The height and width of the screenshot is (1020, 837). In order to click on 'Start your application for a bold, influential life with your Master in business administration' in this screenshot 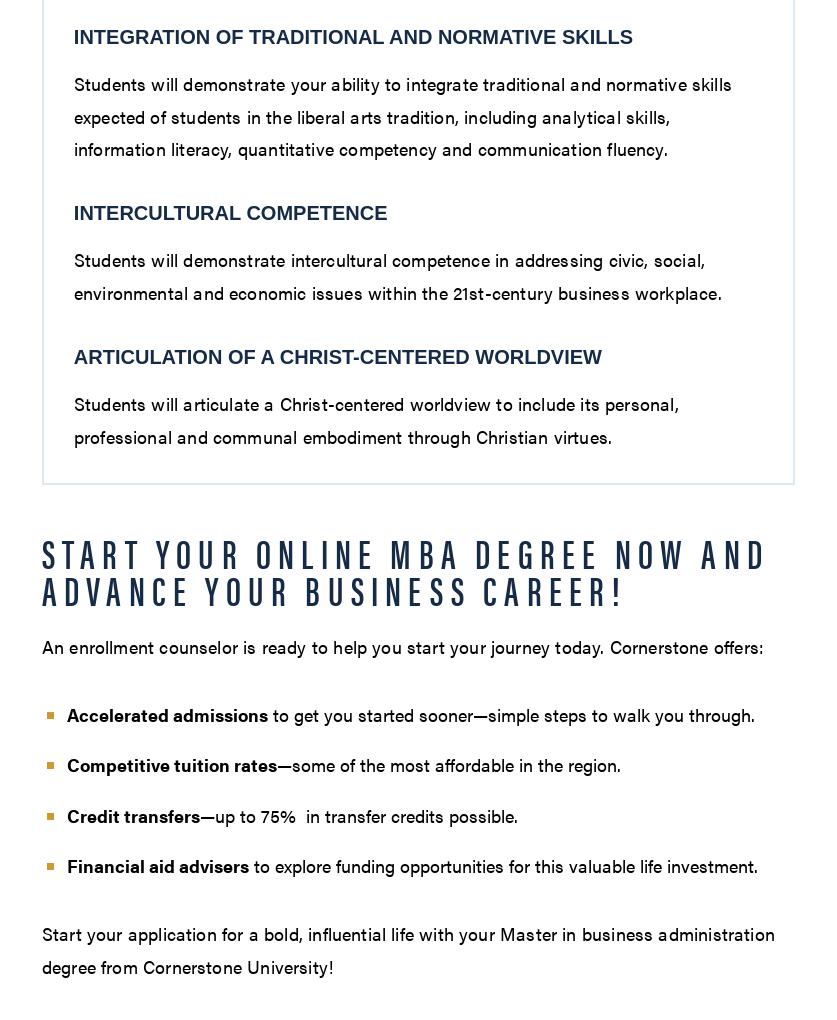, I will do `click(41, 933)`.